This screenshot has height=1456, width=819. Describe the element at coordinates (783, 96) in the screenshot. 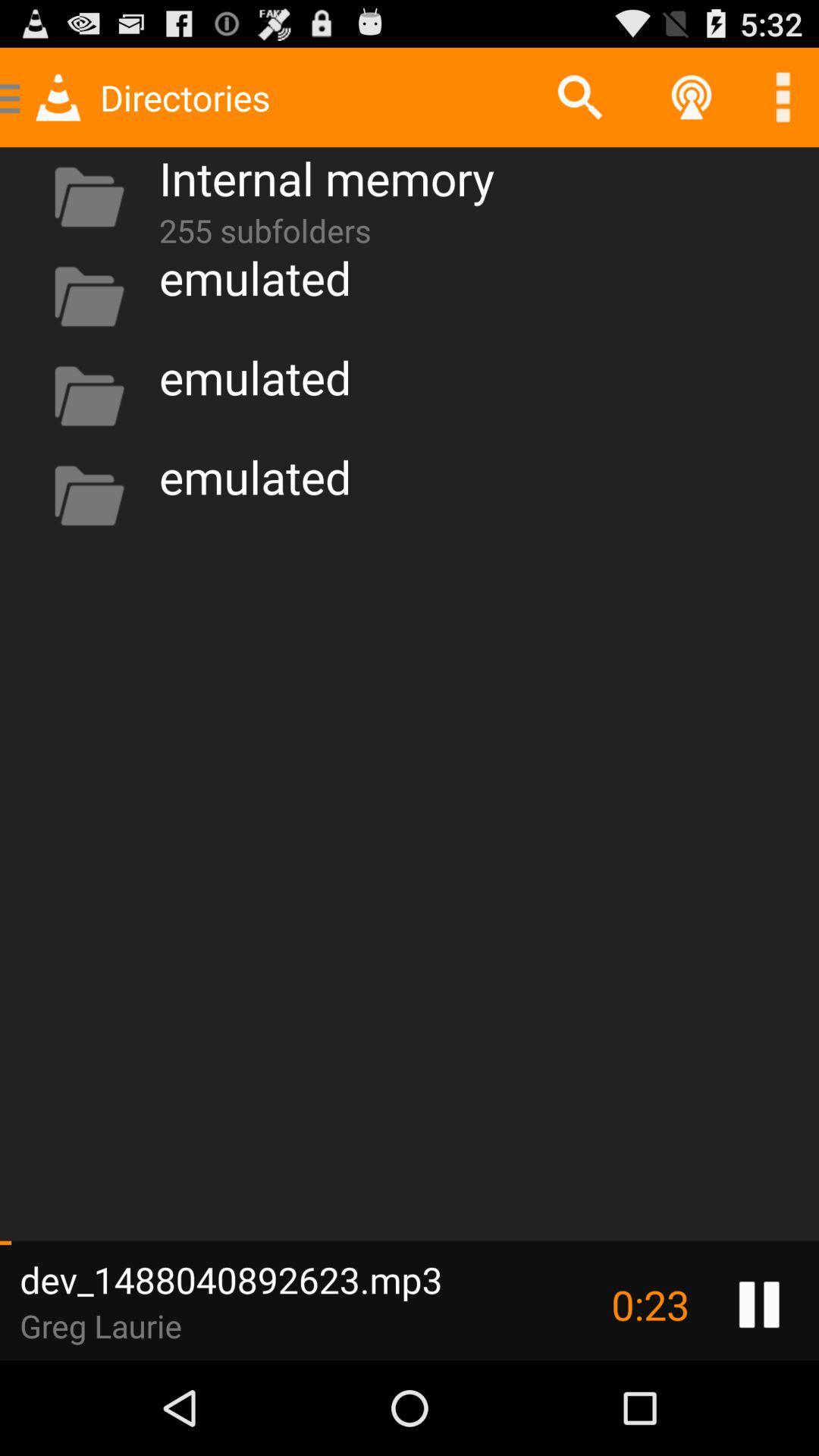

I see `see more options` at that location.